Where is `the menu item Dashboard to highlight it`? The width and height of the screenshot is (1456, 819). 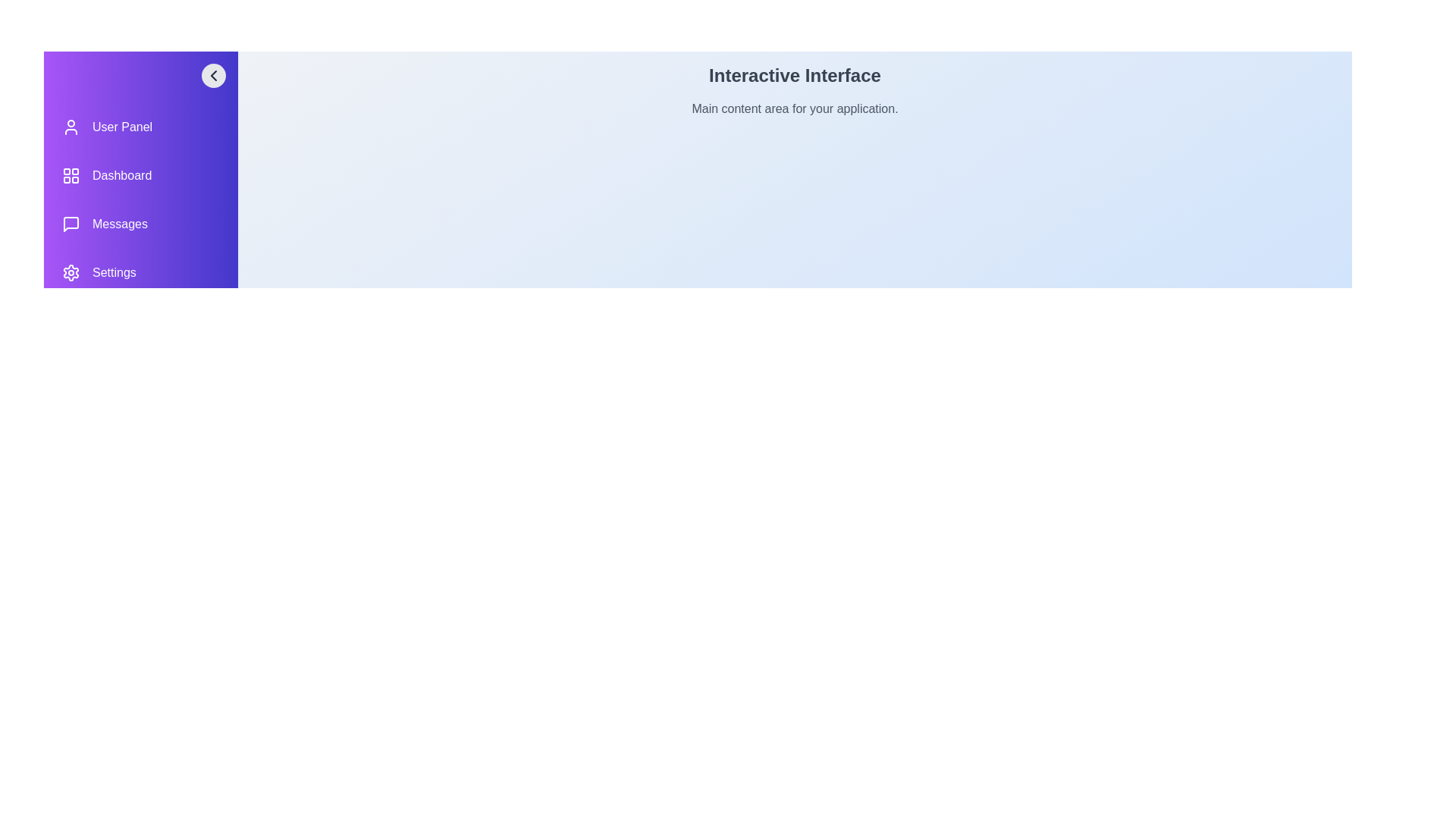
the menu item Dashboard to highlight it is located at coordinates (141, 174).